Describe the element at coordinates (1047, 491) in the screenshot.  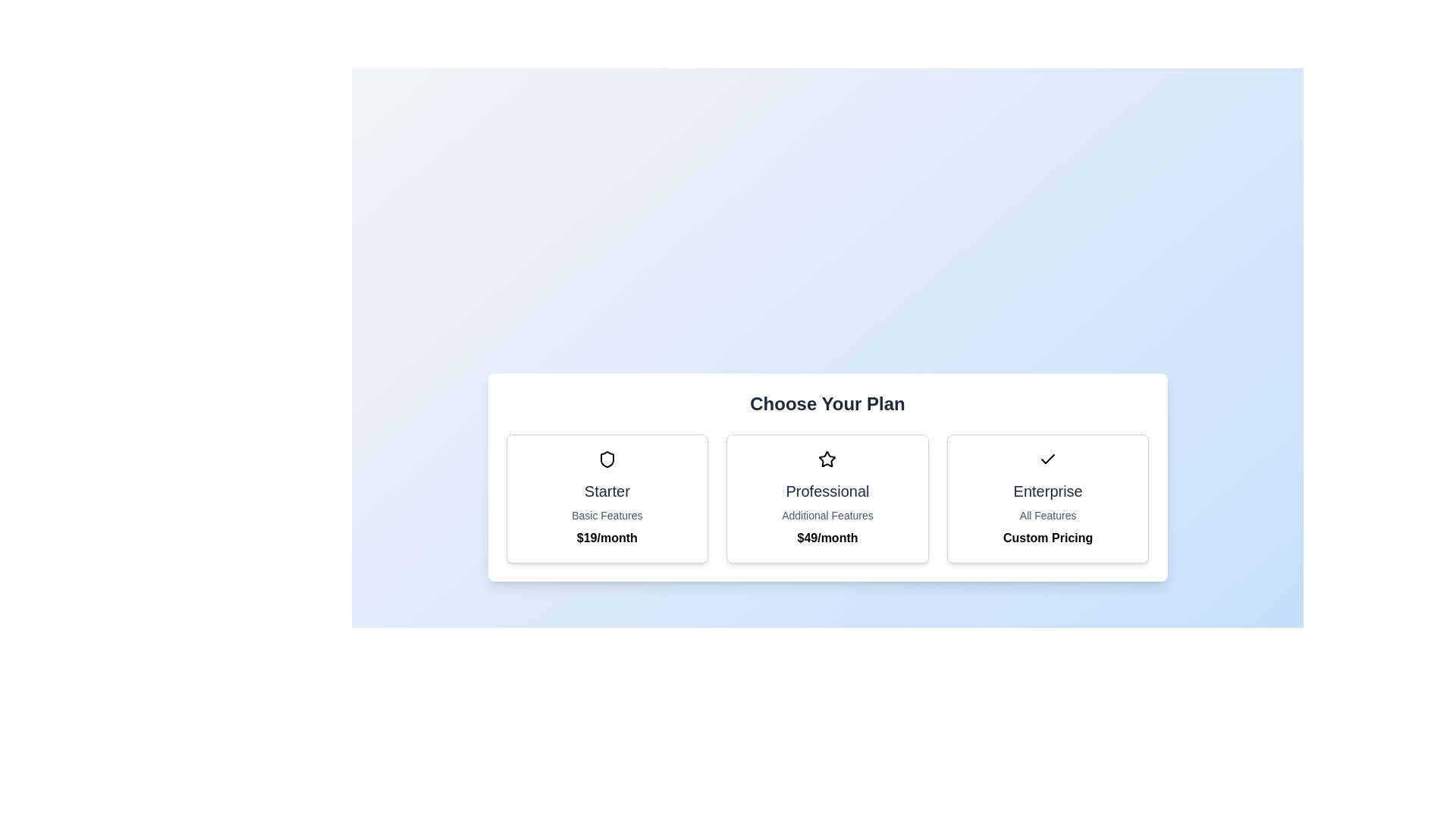
I see `the 'Enterprise' text label, which is styled with a large dark grey font, located at the top-center of the rightmost pricing card in a group of three cards` at that location.